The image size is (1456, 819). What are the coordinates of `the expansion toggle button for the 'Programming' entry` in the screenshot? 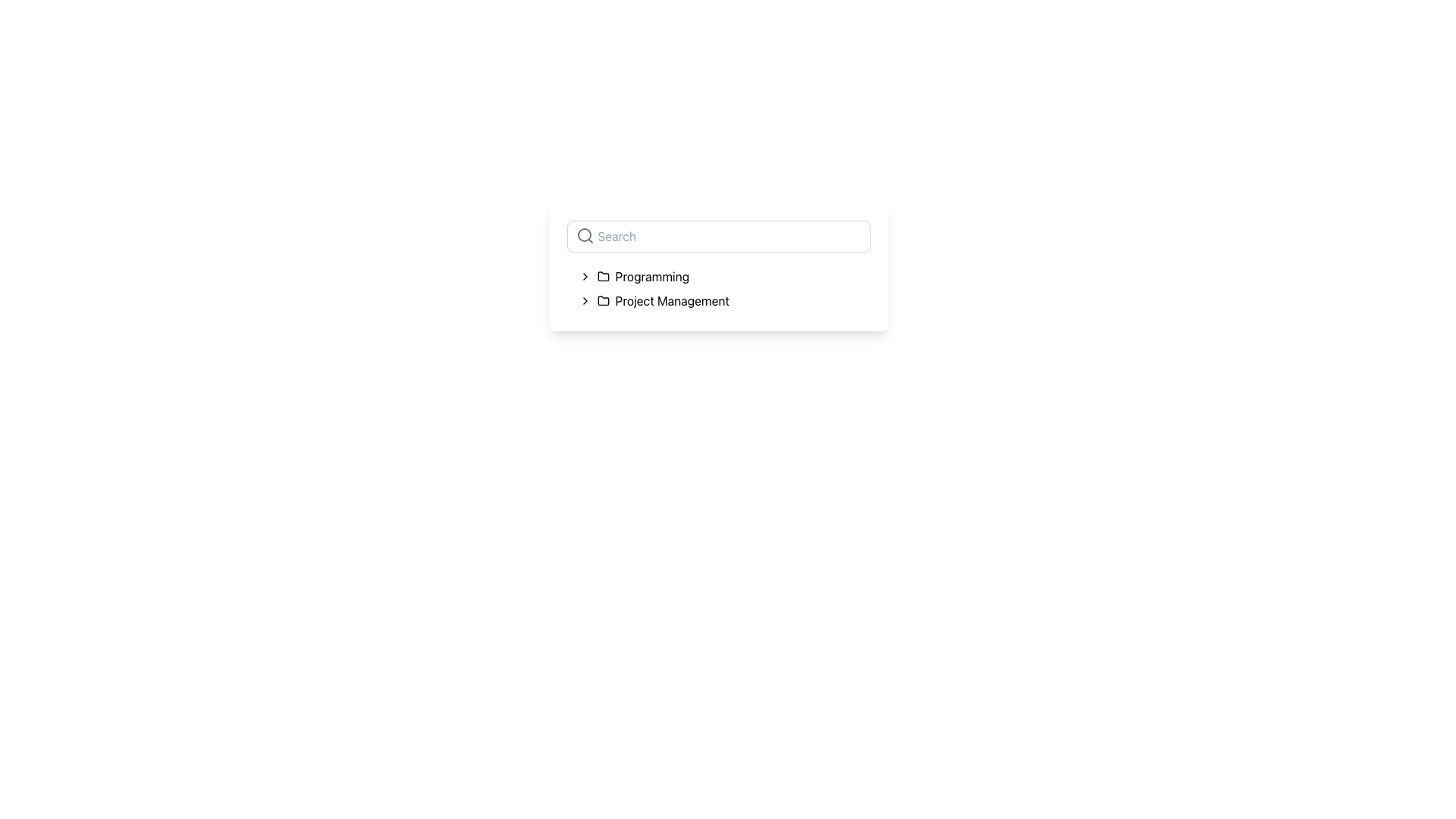 It's located at (584, 277).